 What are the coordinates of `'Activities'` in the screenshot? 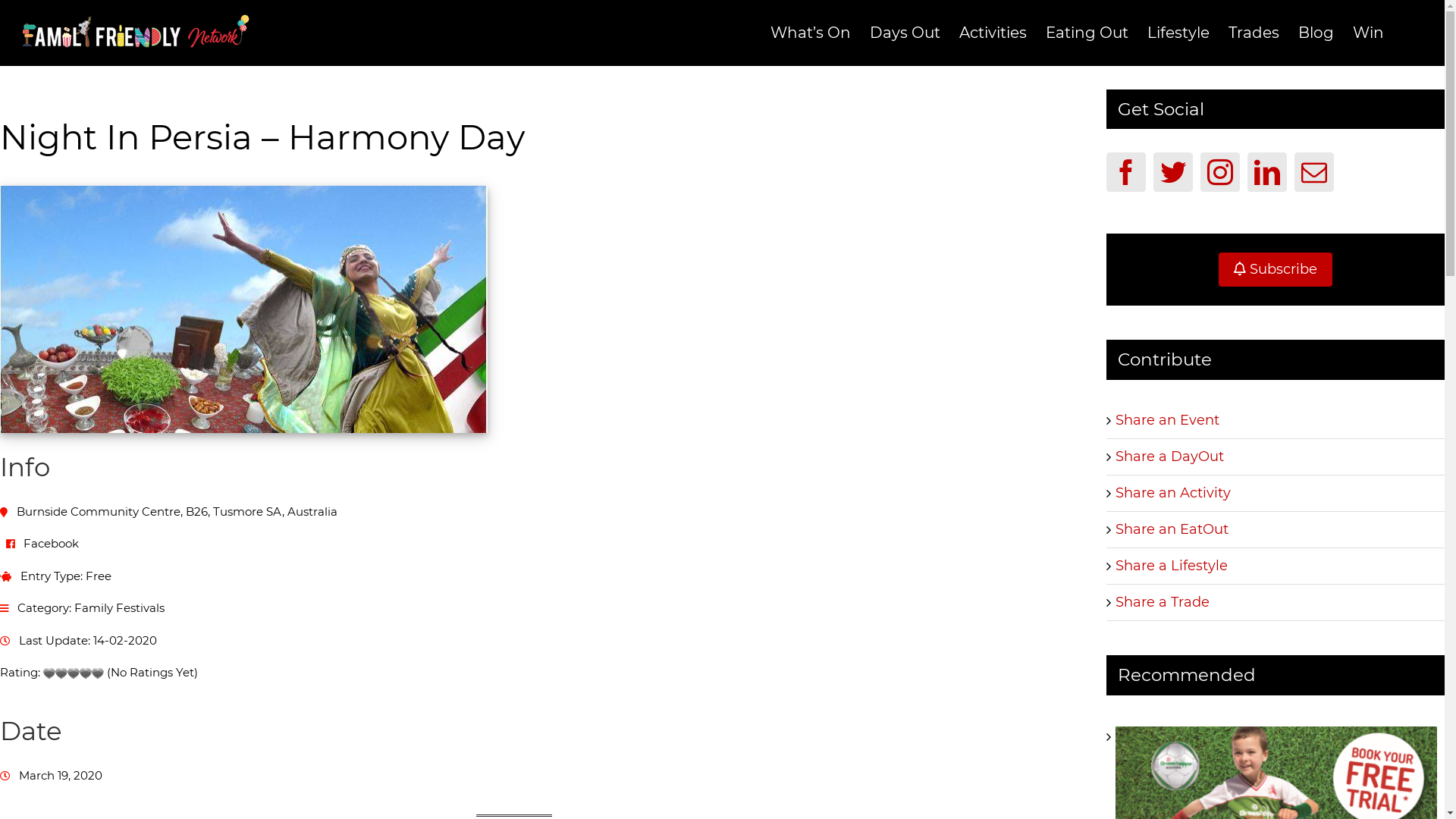 It's located at (993, 33).